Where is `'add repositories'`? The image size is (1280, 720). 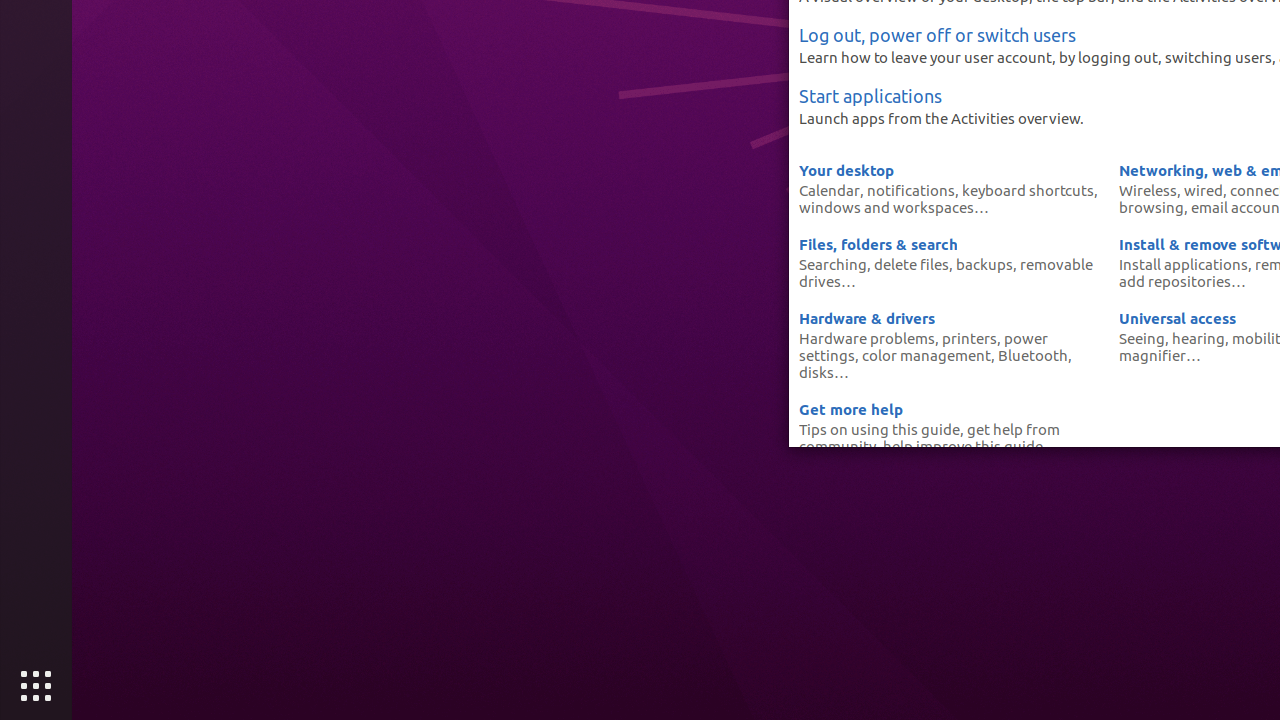
'add repositories' is located at coordinates (1175, 281).